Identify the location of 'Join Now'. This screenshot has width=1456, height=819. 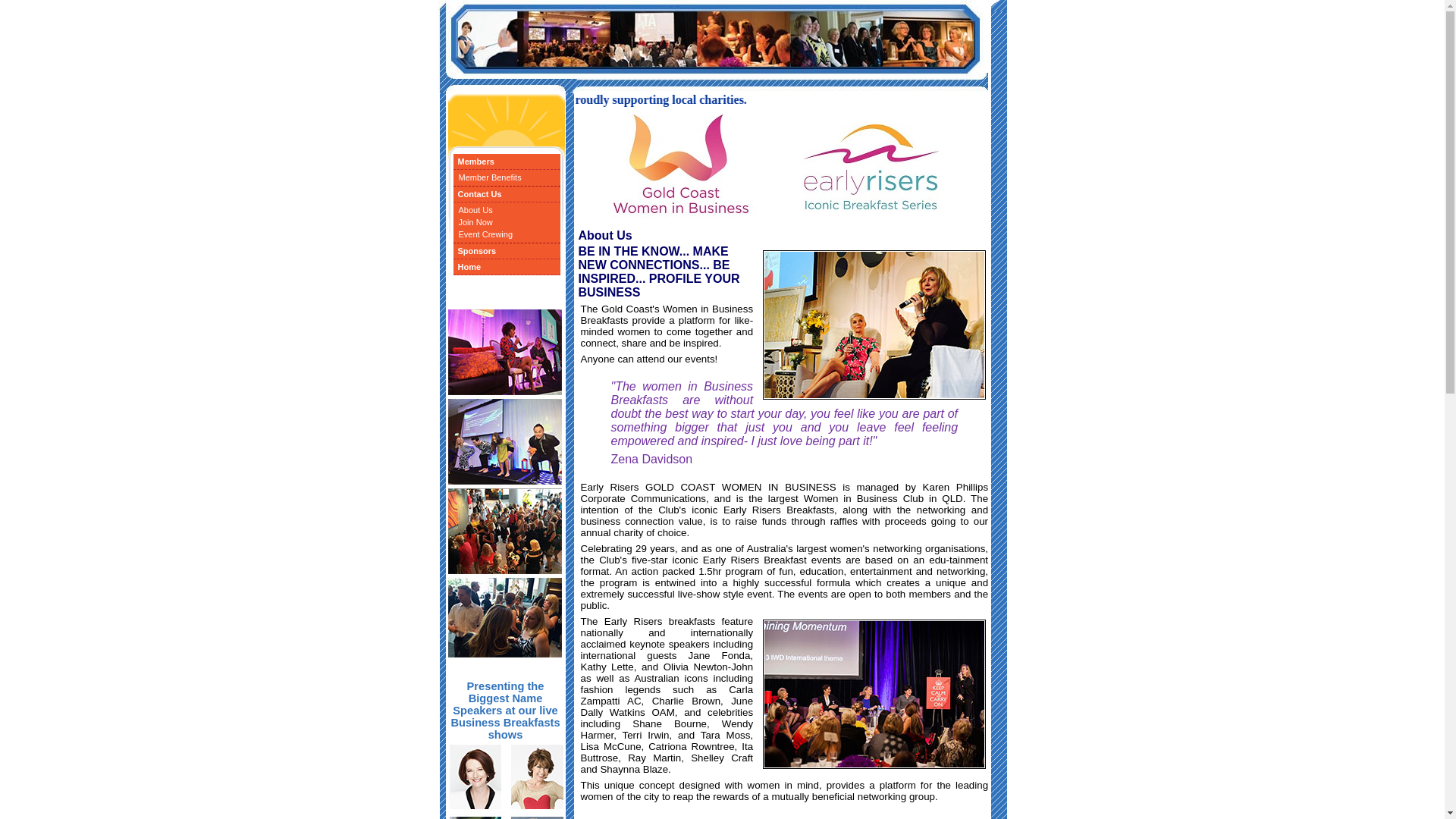
(453, 222).